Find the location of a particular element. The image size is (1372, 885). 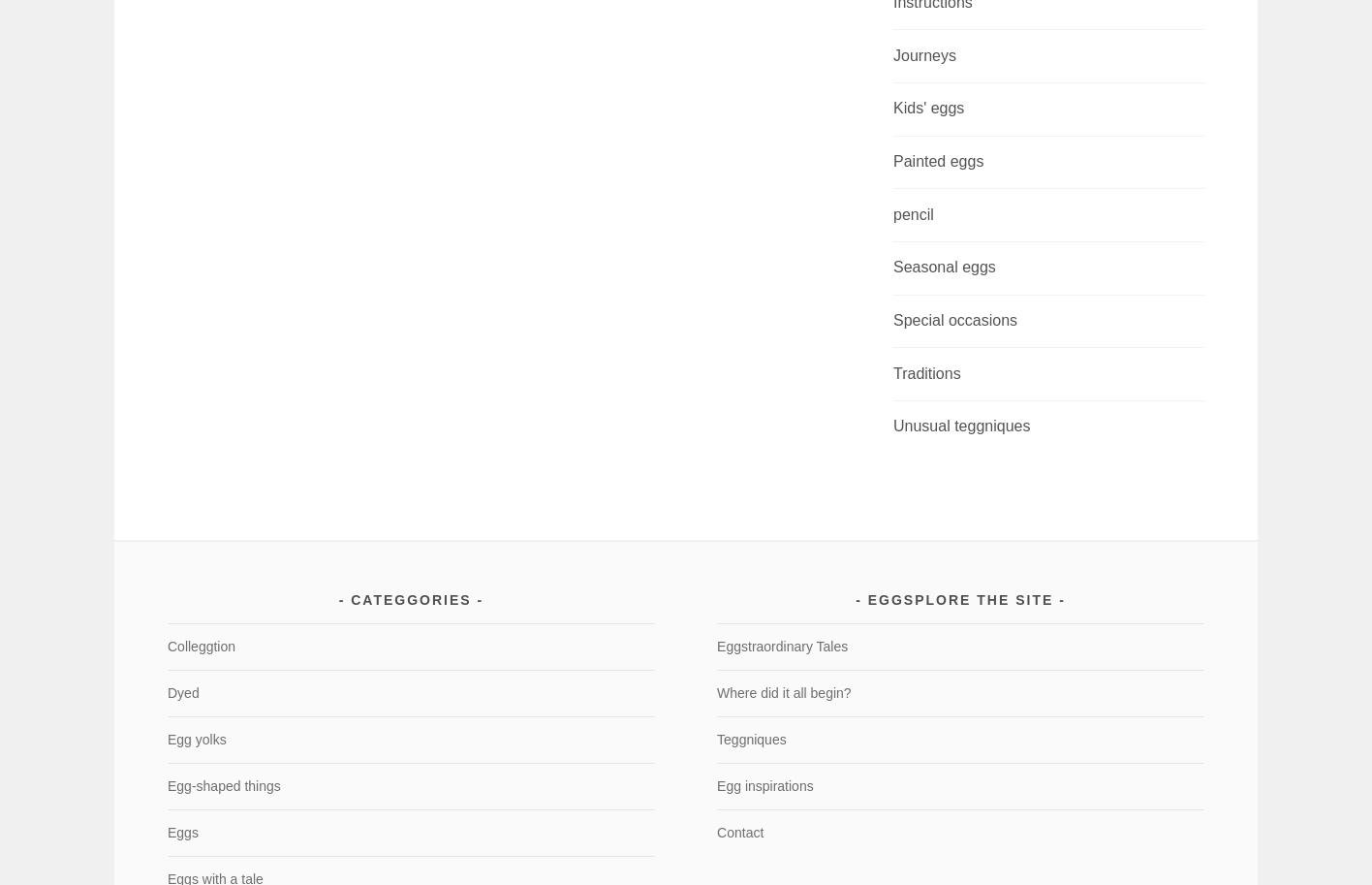

'Where did it all begin?' is located at coordinates (782, 690).